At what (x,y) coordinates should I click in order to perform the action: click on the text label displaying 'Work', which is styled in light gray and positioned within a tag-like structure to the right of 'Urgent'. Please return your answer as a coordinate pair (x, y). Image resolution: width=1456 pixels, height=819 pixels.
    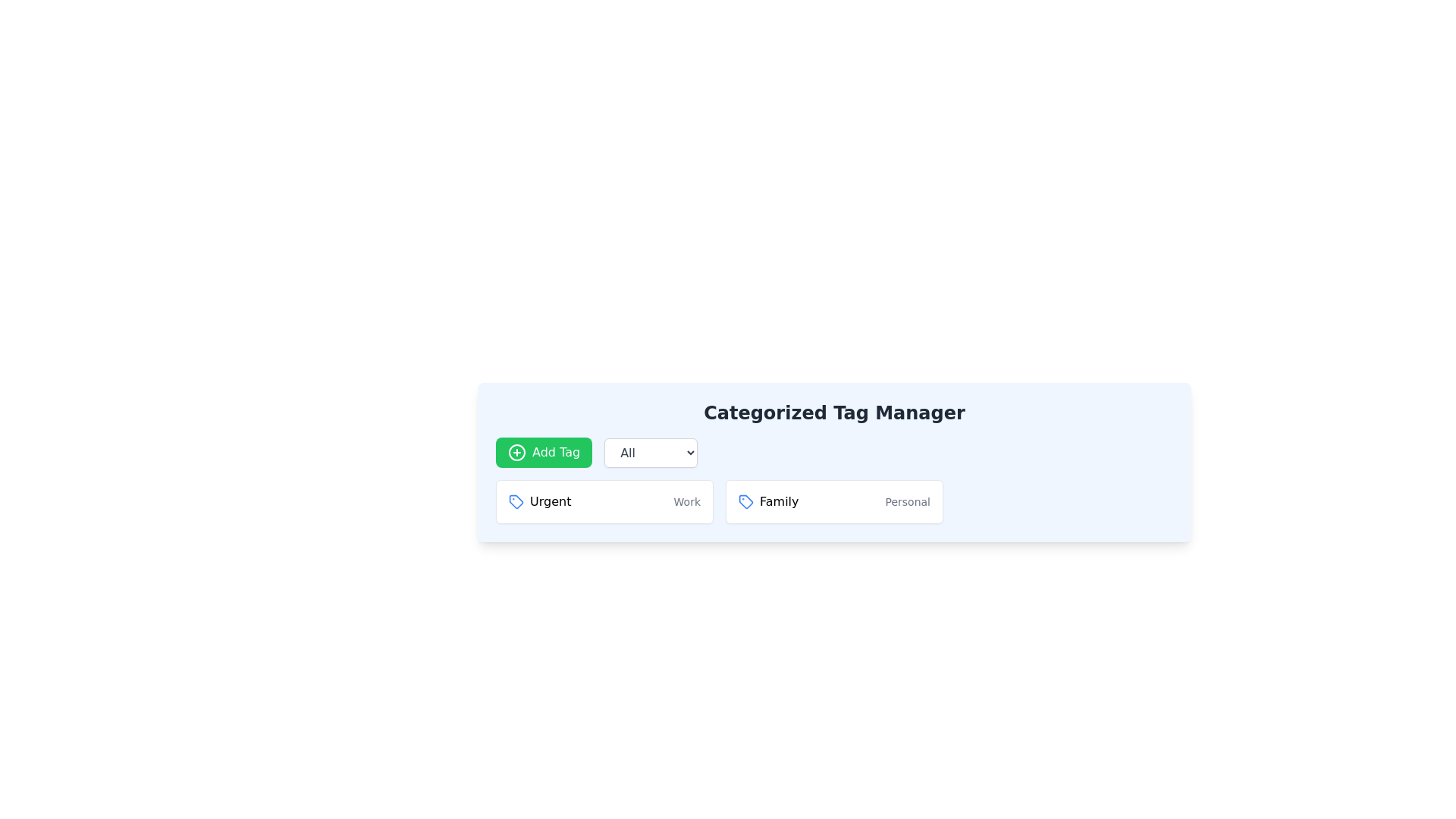
    Looking at the image, I should click on (686, 502).